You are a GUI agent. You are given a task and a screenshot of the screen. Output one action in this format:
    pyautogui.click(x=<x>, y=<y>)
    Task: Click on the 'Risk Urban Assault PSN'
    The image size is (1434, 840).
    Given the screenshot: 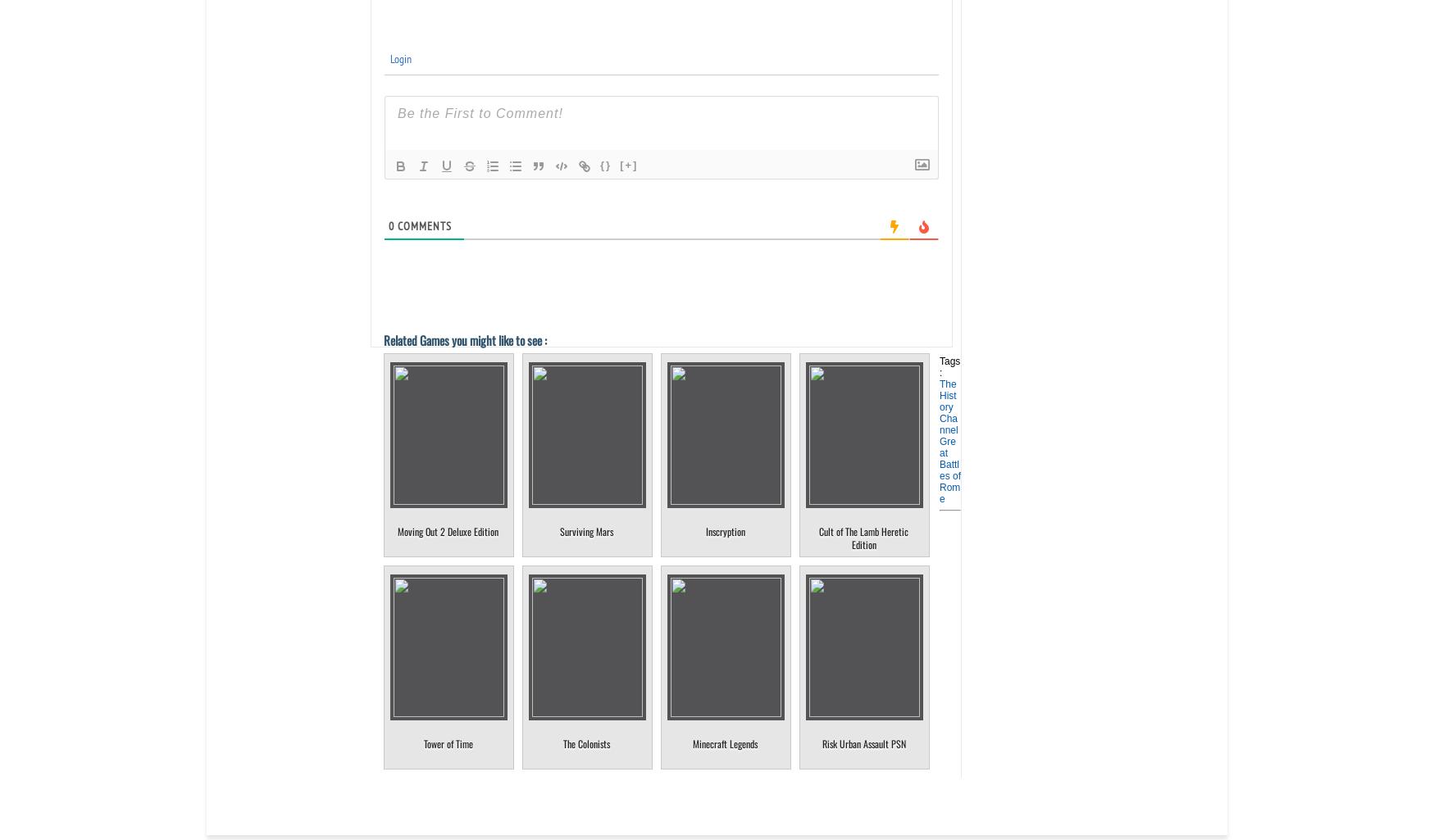 What is the action you would take?
    pyautogui.click(x=821, y=742)
    